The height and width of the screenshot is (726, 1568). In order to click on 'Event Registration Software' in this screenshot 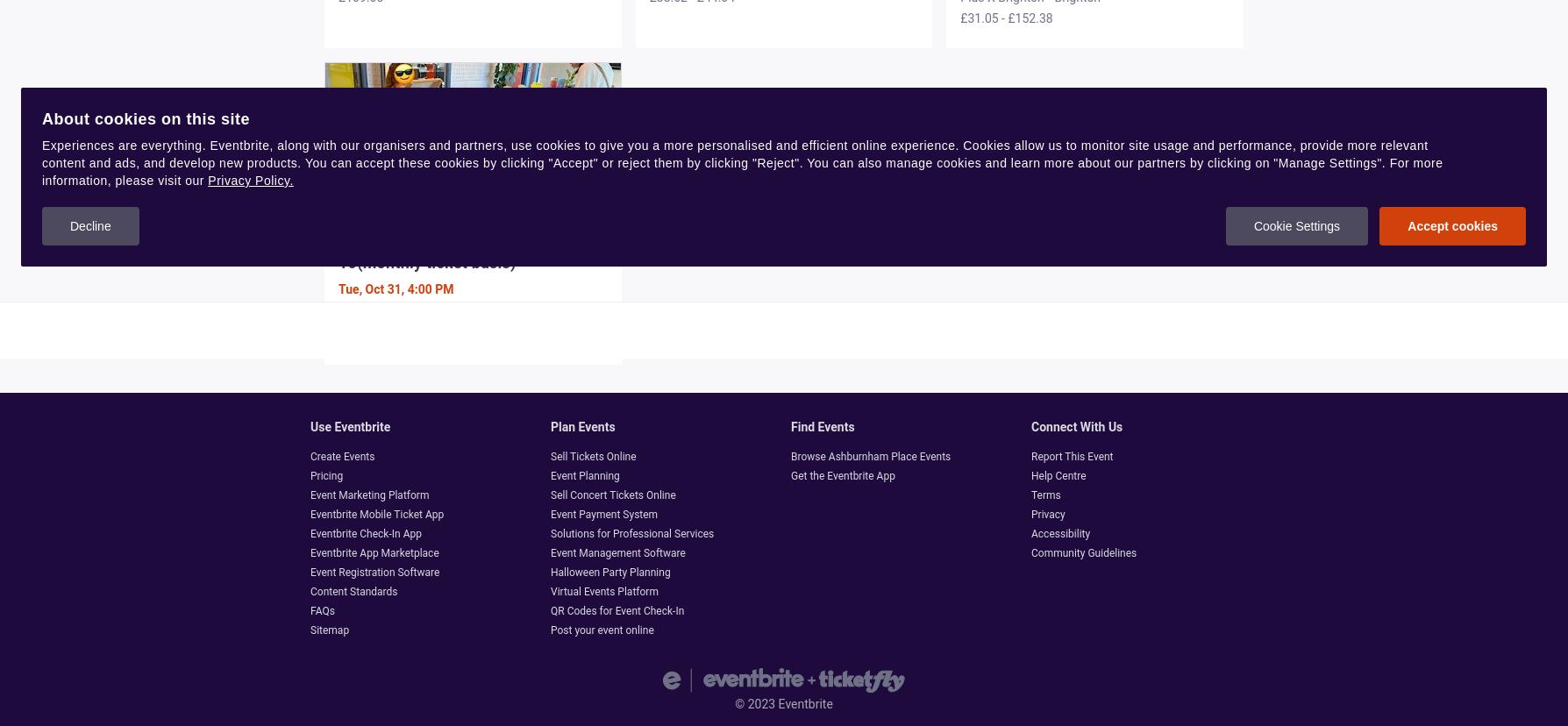, I will do `click(374, 572)`.